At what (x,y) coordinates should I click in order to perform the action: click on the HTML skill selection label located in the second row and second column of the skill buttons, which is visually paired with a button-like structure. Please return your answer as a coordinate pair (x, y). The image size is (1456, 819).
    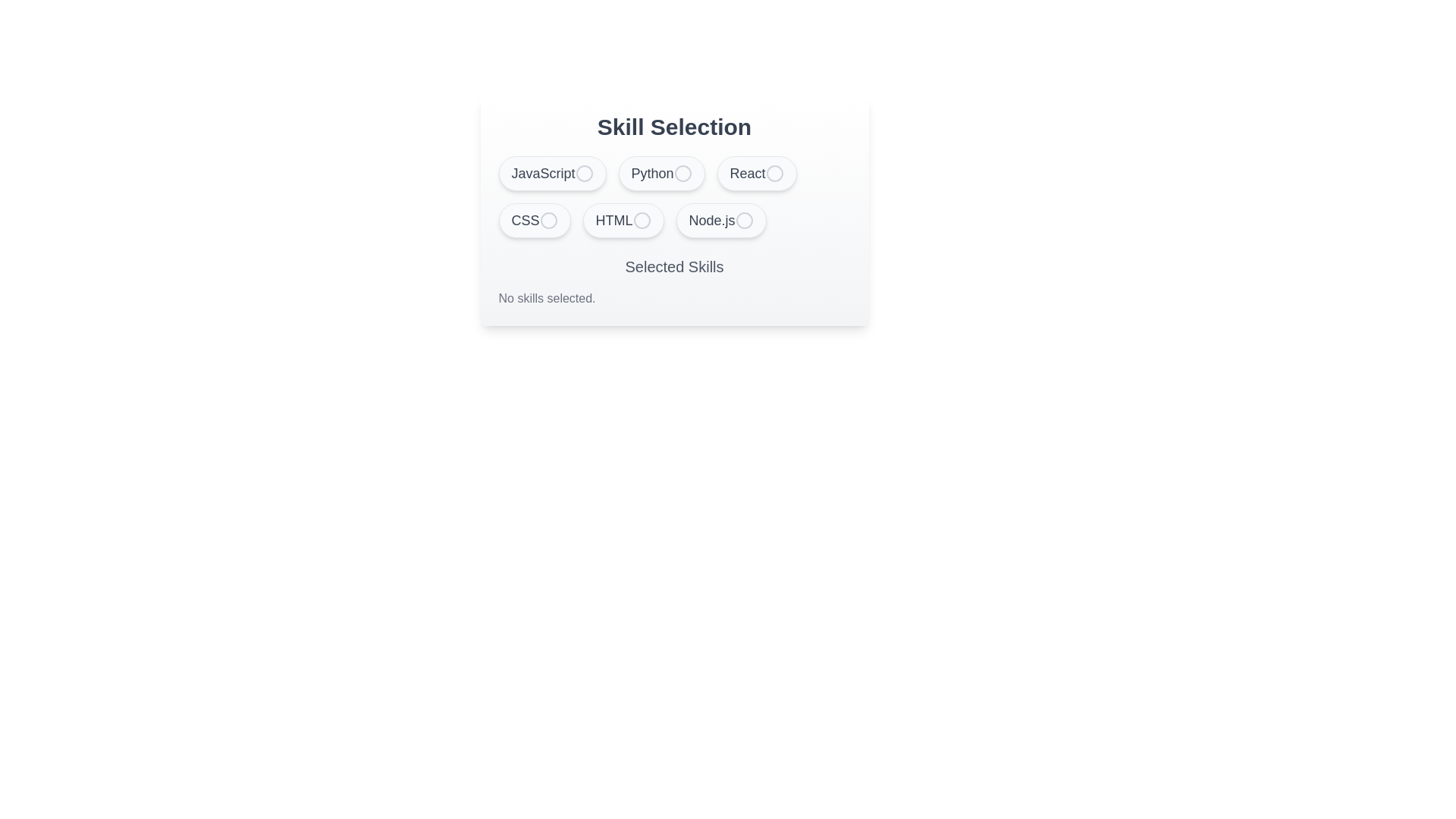
    Looking at the image, I should click on (614, 220).